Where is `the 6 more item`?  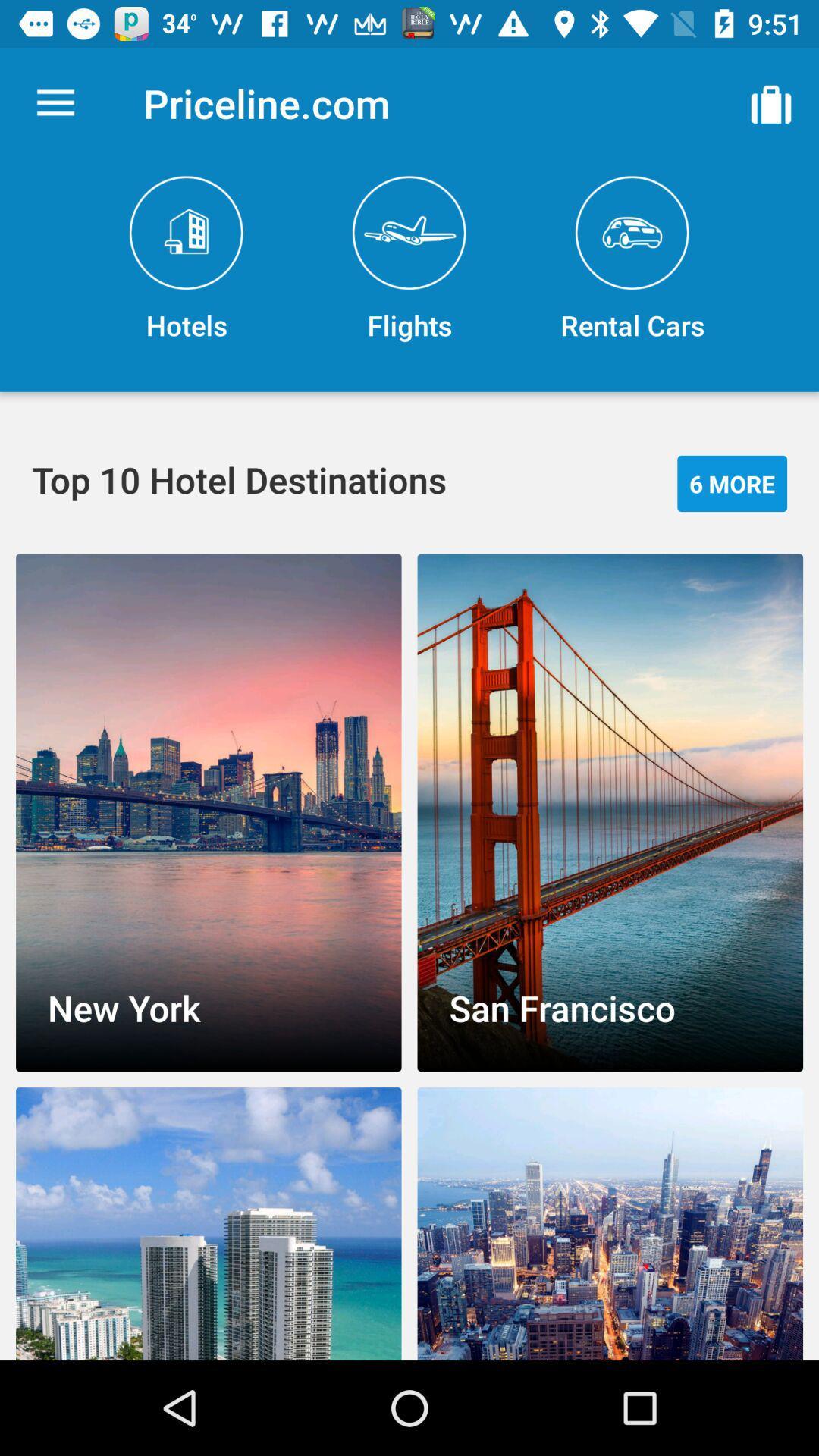
the 6 more item is located at coordinates (731, 482).